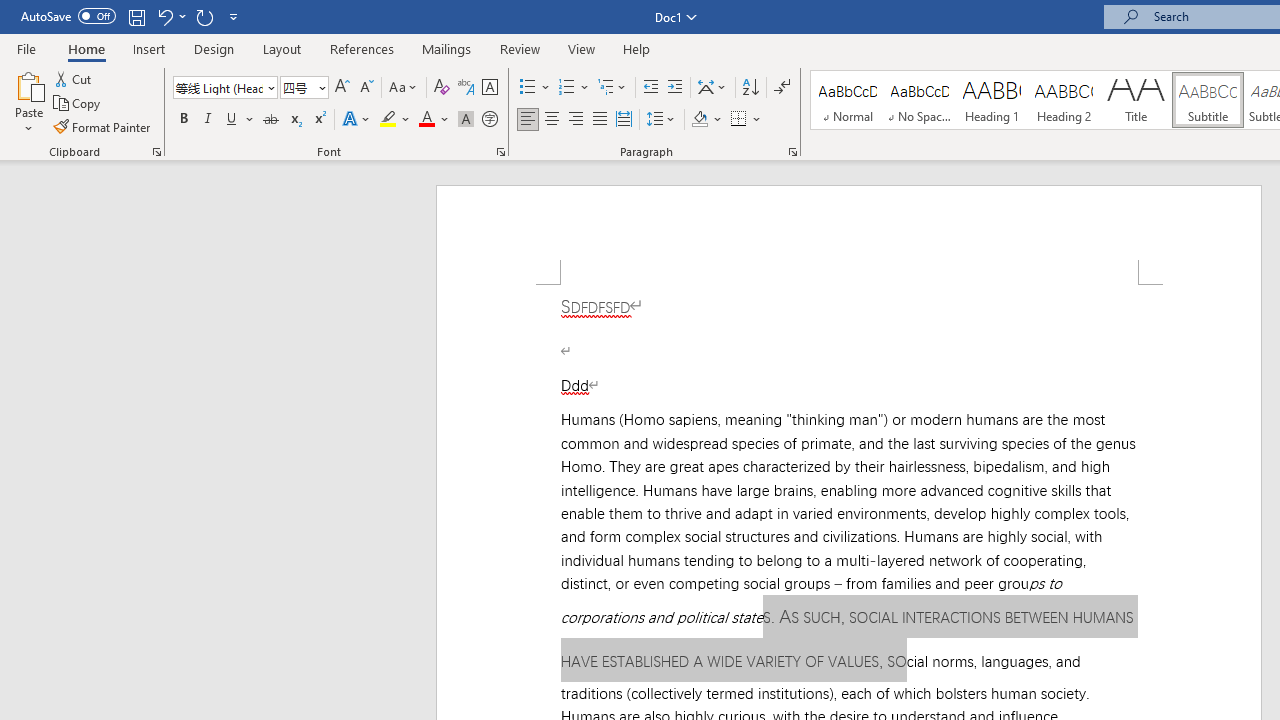 The width and height of the screenshot is (1280, 720). I want to click on 'Font Color', so click(433, 119).